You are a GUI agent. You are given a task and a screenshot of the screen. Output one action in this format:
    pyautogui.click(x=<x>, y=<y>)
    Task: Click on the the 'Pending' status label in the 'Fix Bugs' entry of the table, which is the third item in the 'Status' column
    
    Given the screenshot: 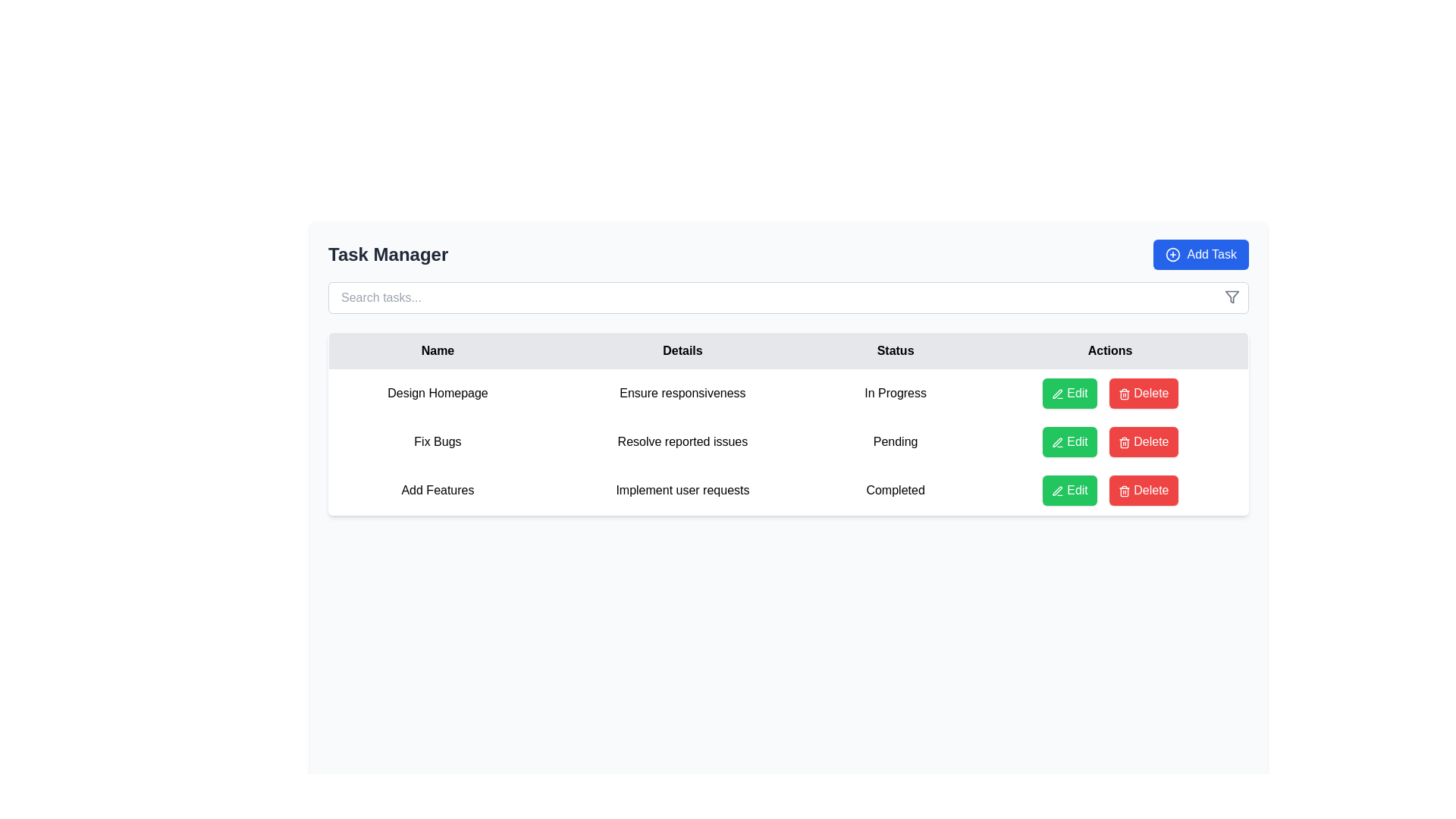 What is the action you would take?
    pyautogui.click(x=896, y=441)
    